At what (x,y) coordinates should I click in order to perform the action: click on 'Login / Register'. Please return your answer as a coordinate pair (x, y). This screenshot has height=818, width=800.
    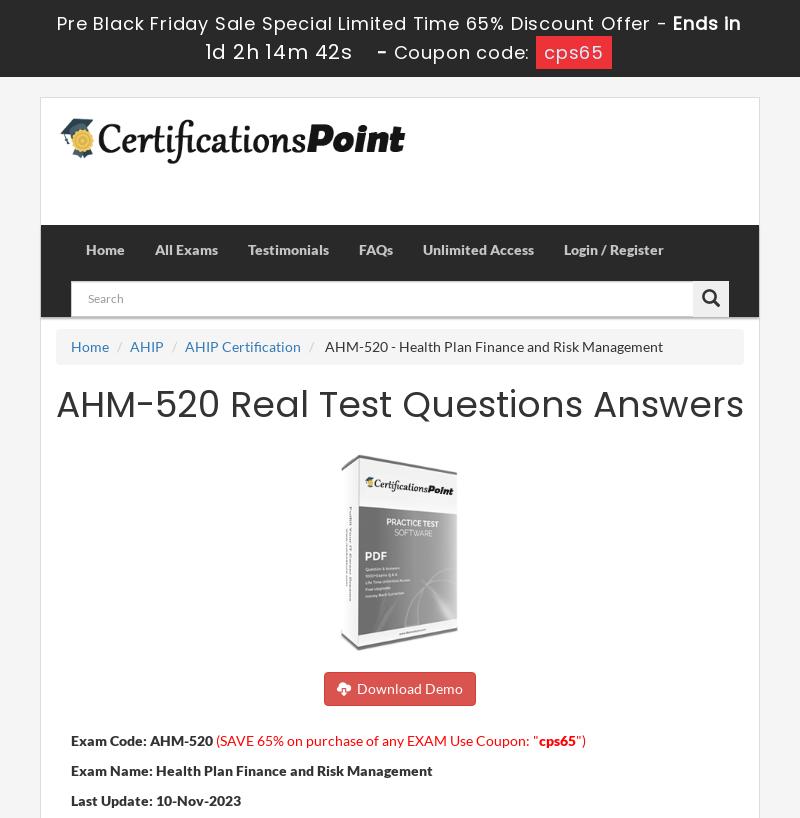
    Looking at the image, I should click on (614, 248).